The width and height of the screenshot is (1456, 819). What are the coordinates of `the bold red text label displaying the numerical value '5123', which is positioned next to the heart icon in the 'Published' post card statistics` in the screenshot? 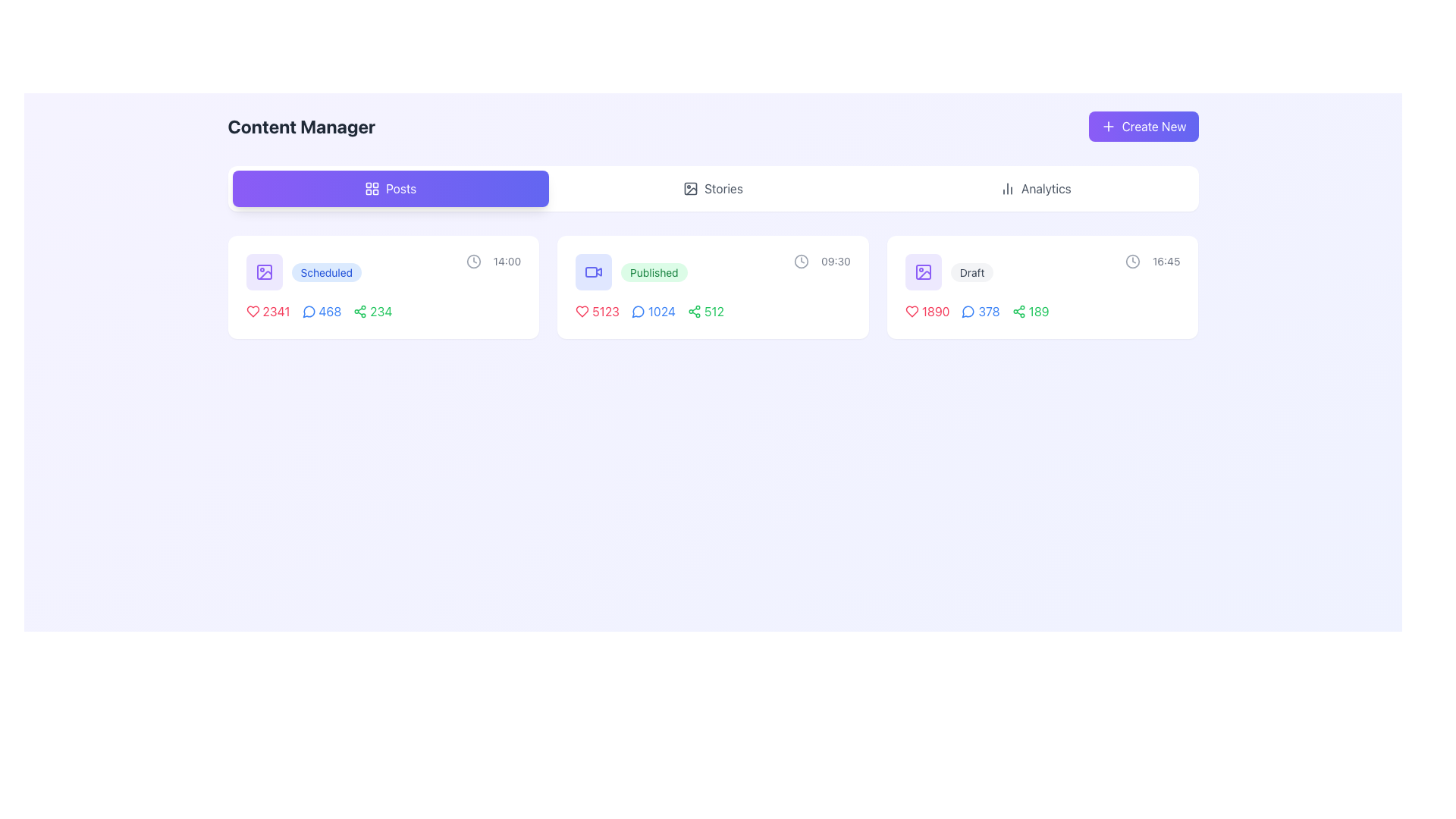 It's located at (605, 311).